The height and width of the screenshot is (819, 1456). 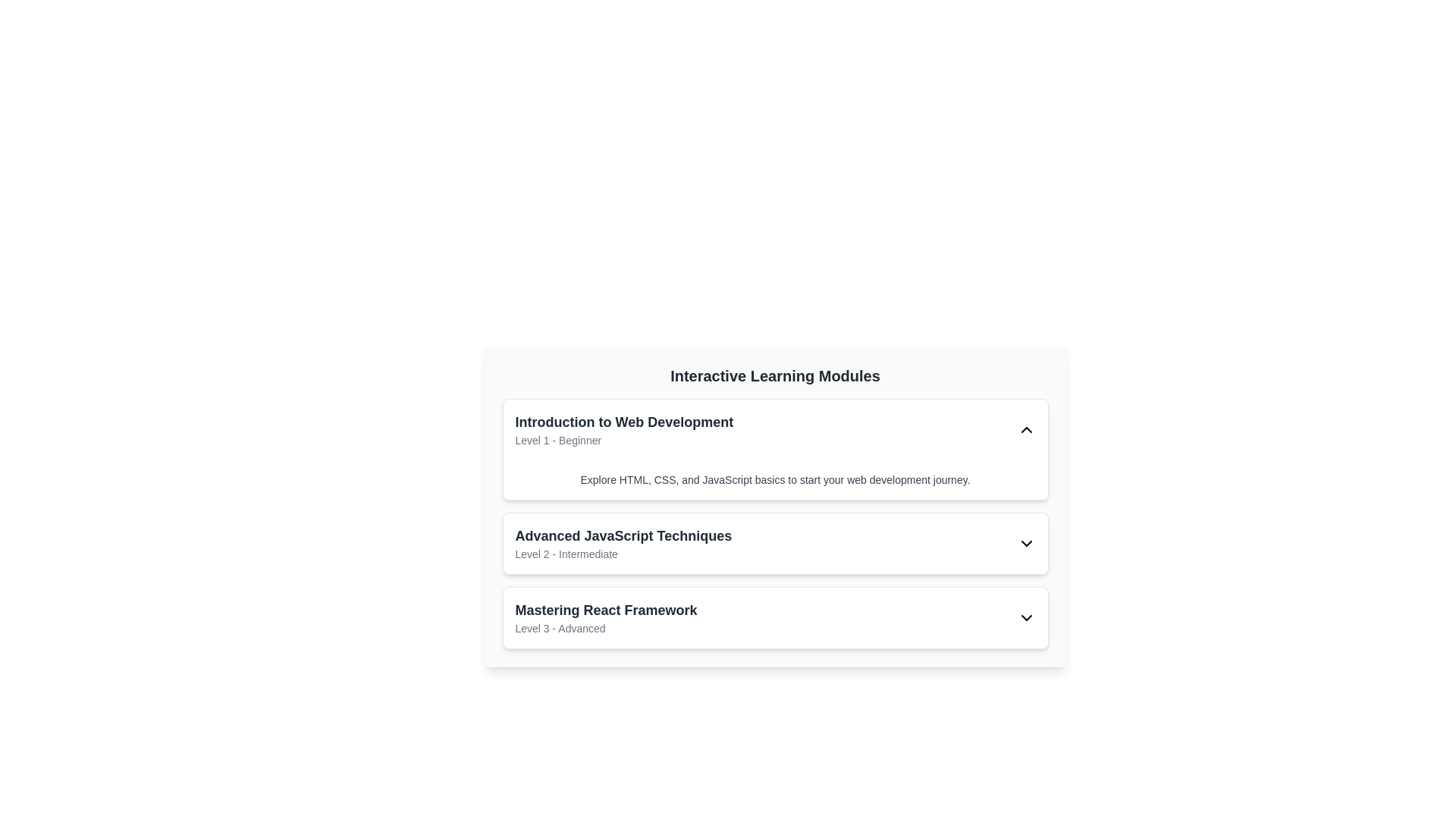 What do you see at coordinates (1026, 617) in the screenshot?
I see `the dropdown toggle icon at the far-right of the row for 'Mastering React Framework Level 3 - Advanced'` at bounding box center [1026, 617].